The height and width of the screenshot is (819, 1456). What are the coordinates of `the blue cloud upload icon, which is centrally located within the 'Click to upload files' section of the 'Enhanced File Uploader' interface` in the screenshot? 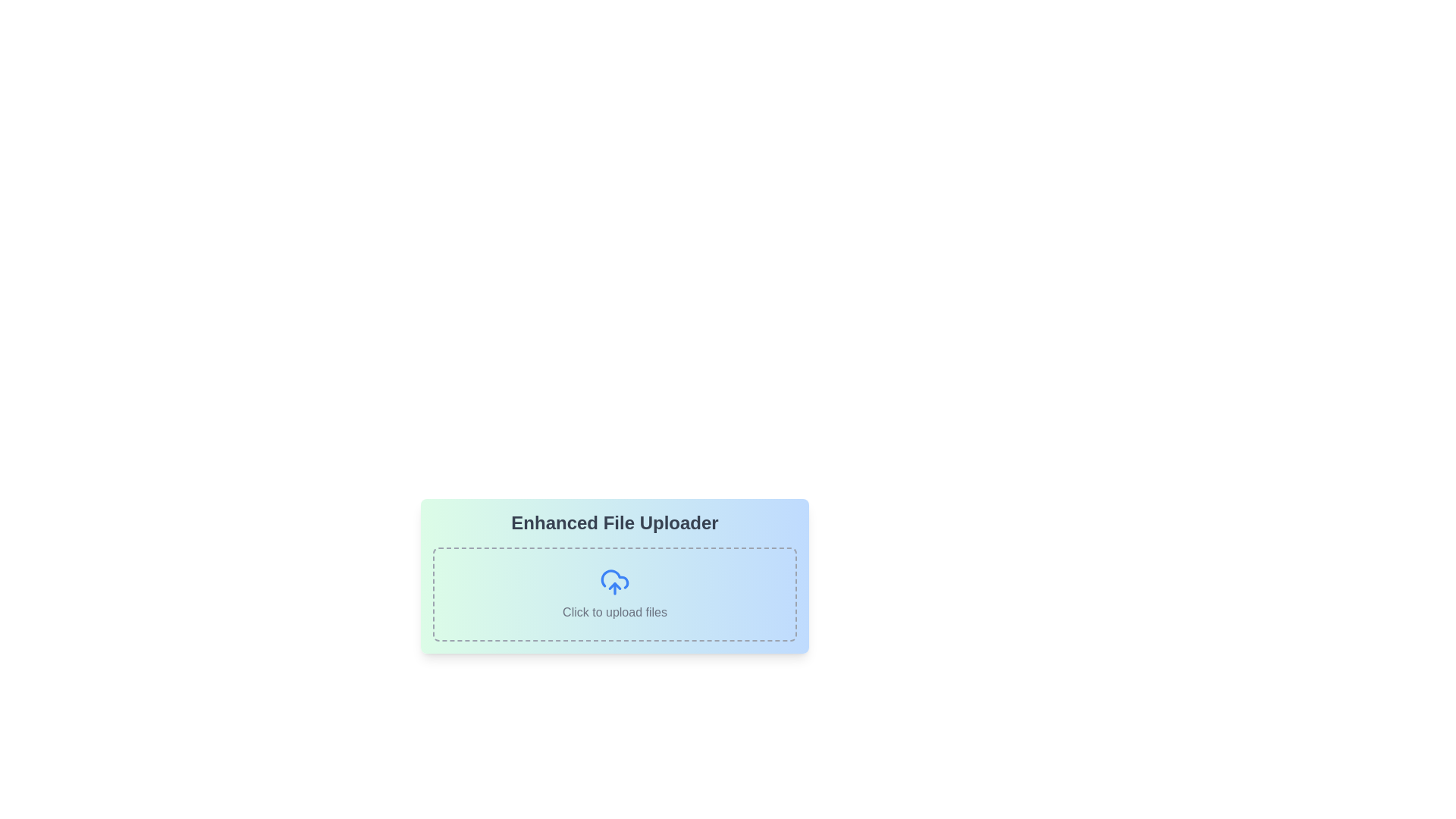 It's located at (615, 581).